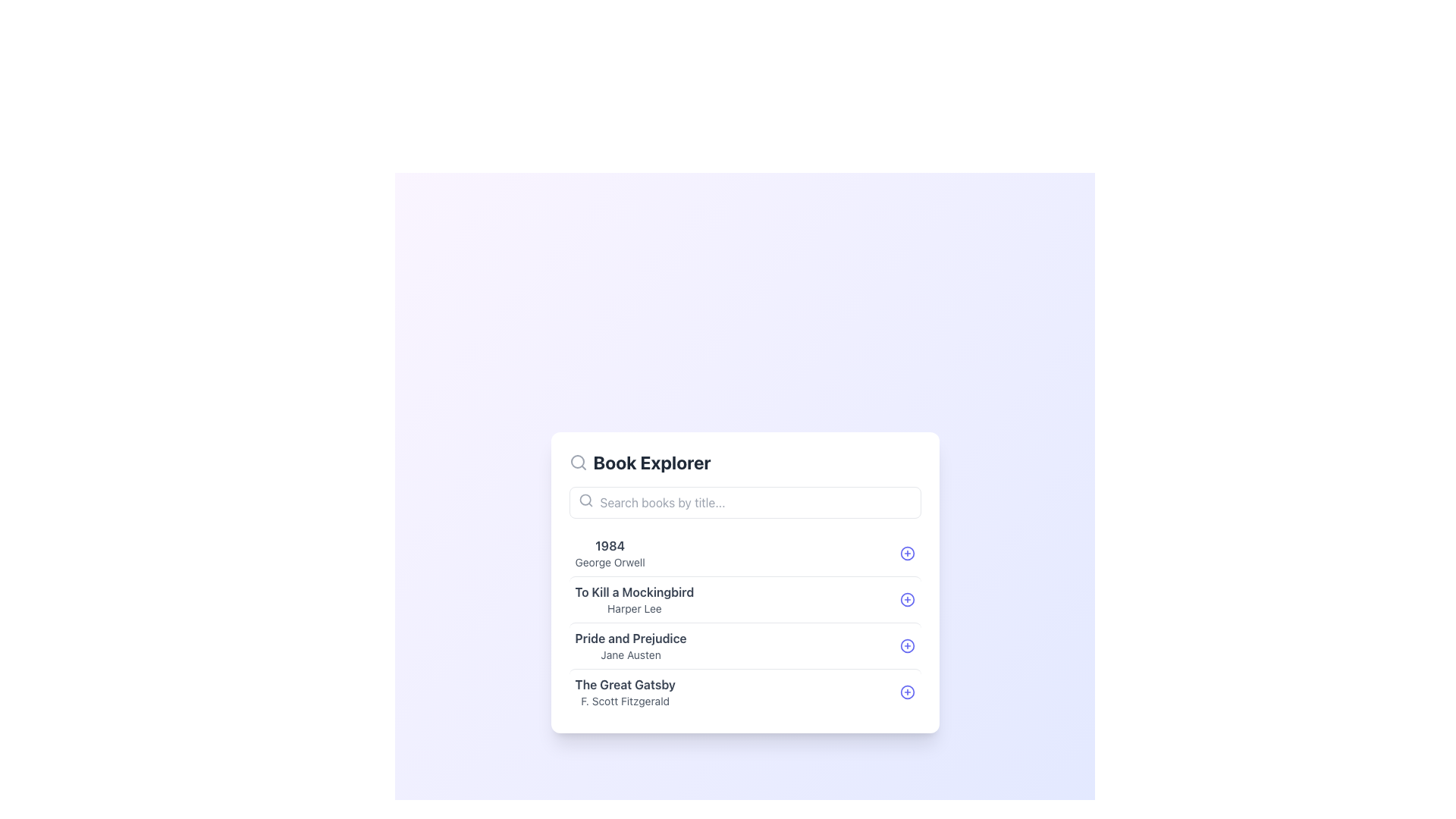 The image size is (1456, 819). I want to click on the text label displaying the author's name 'Jane Austen', which is located directly beneath the title 'Pride and Prejudice', so click(631, 654).